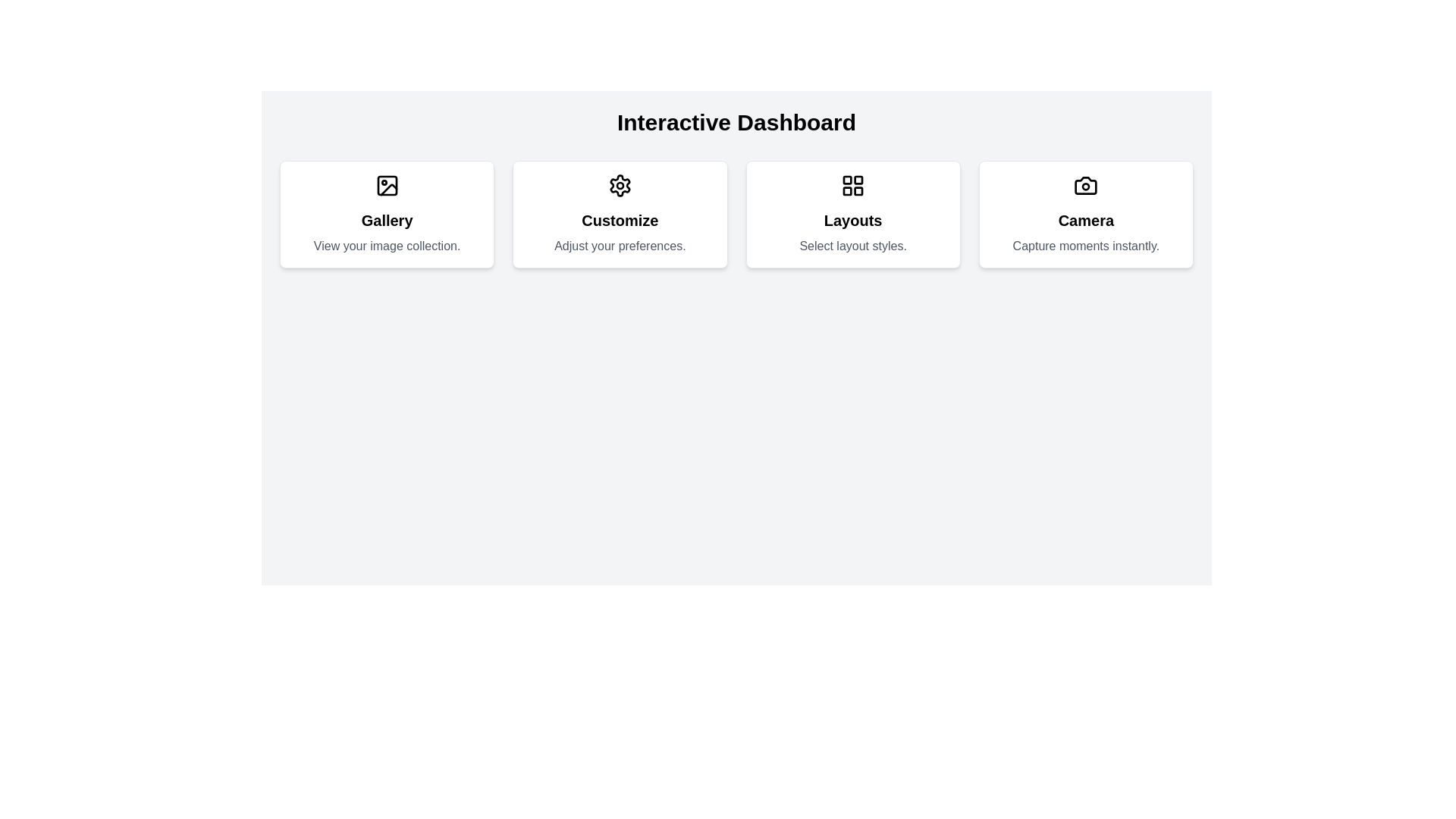 The width and height of the screenshot is (1456, 819). What do you see at coordinates (387, 214) in the screenshot?
I see `the navigation card for accessing the image gallery, which is the first card in a grid layout positioned in the top-left corner of the interface` at bounding box center [387, 214].